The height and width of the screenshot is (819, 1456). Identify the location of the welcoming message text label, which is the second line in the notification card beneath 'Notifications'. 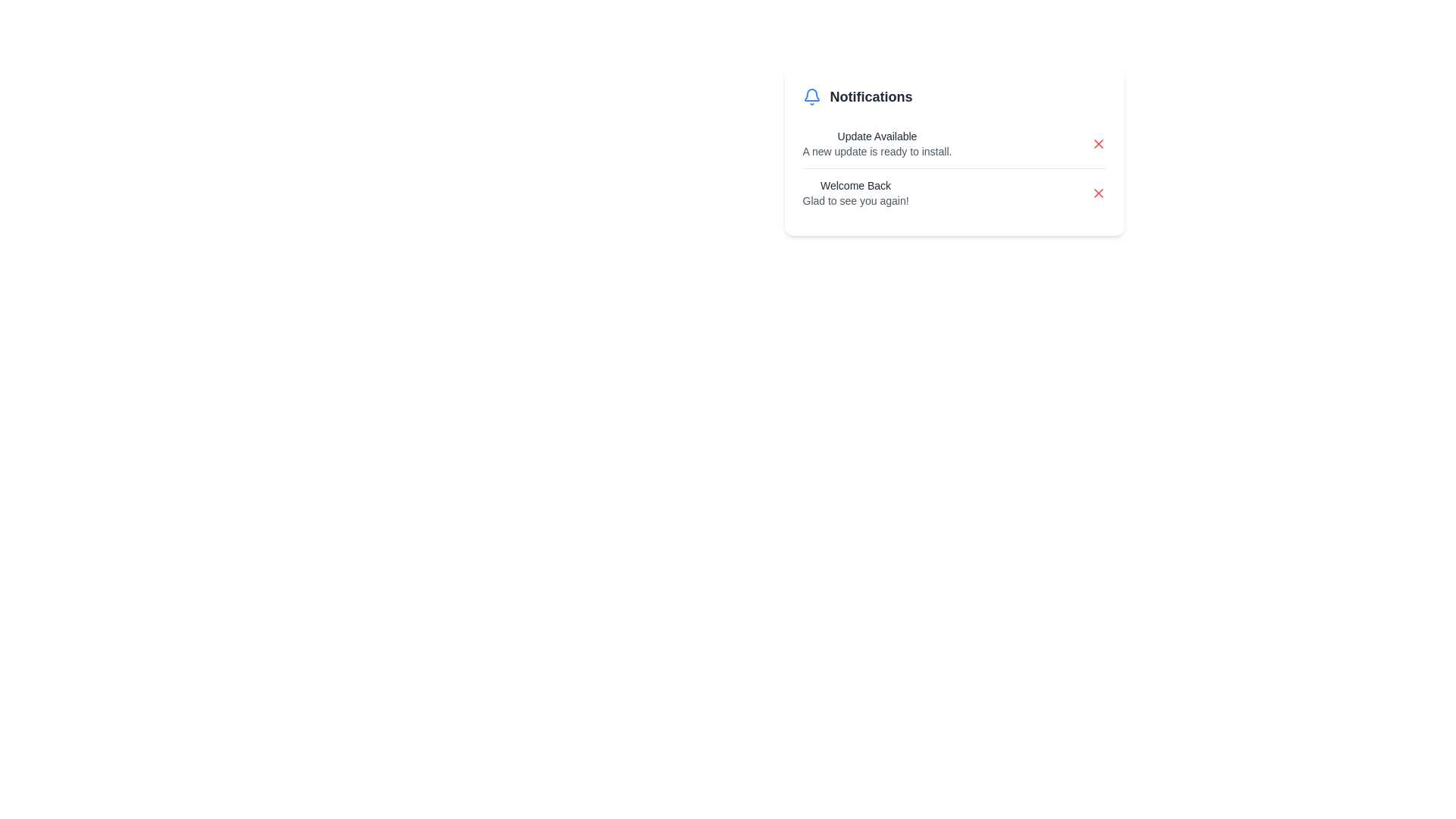
(855, 200).